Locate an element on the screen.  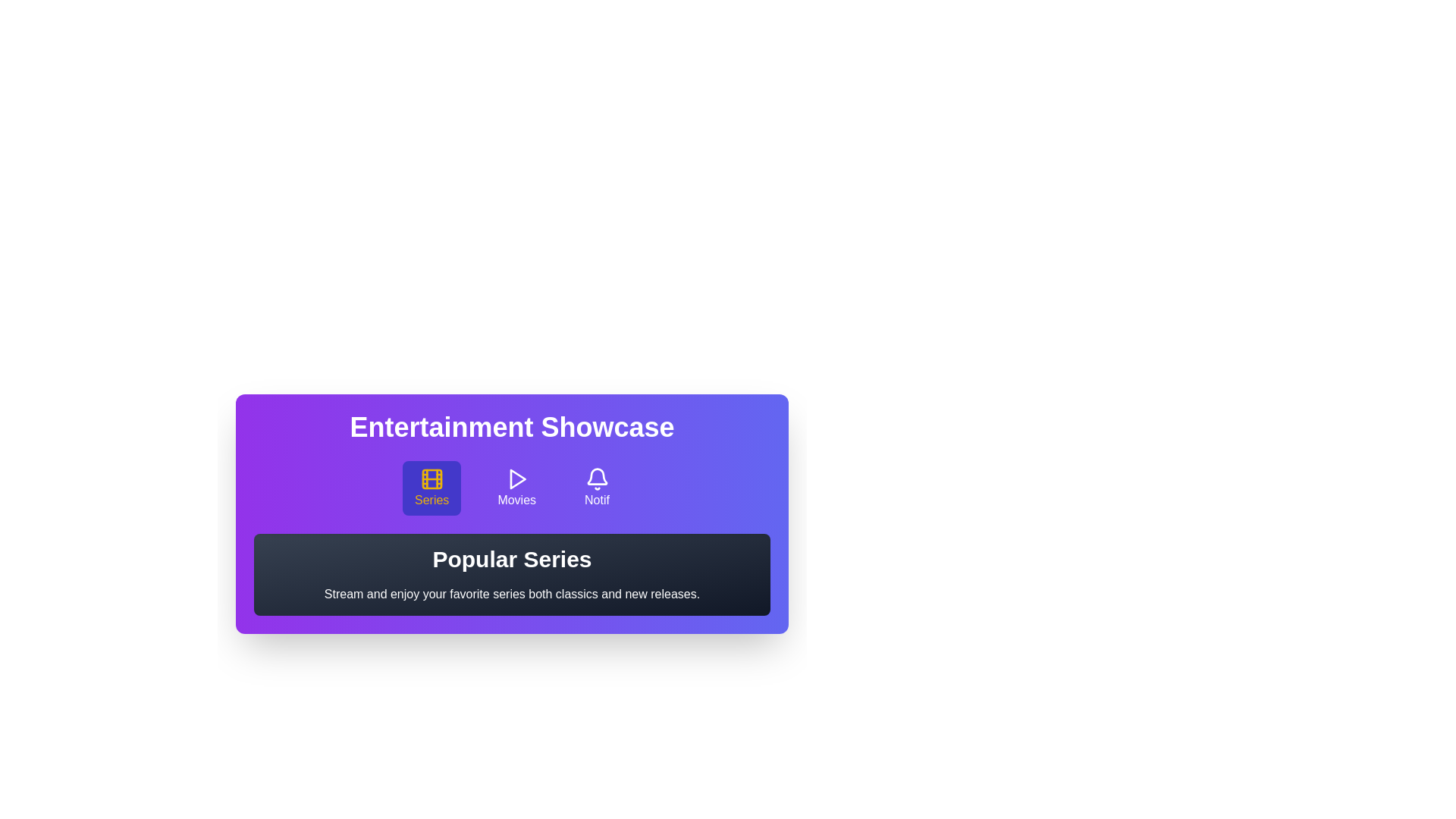
the triangular-shaped play button icon outlined in red or pink, located between the 'Series' and 'Notif' icons in the header section representing 'Movies' is located at coordinates (518, 479).